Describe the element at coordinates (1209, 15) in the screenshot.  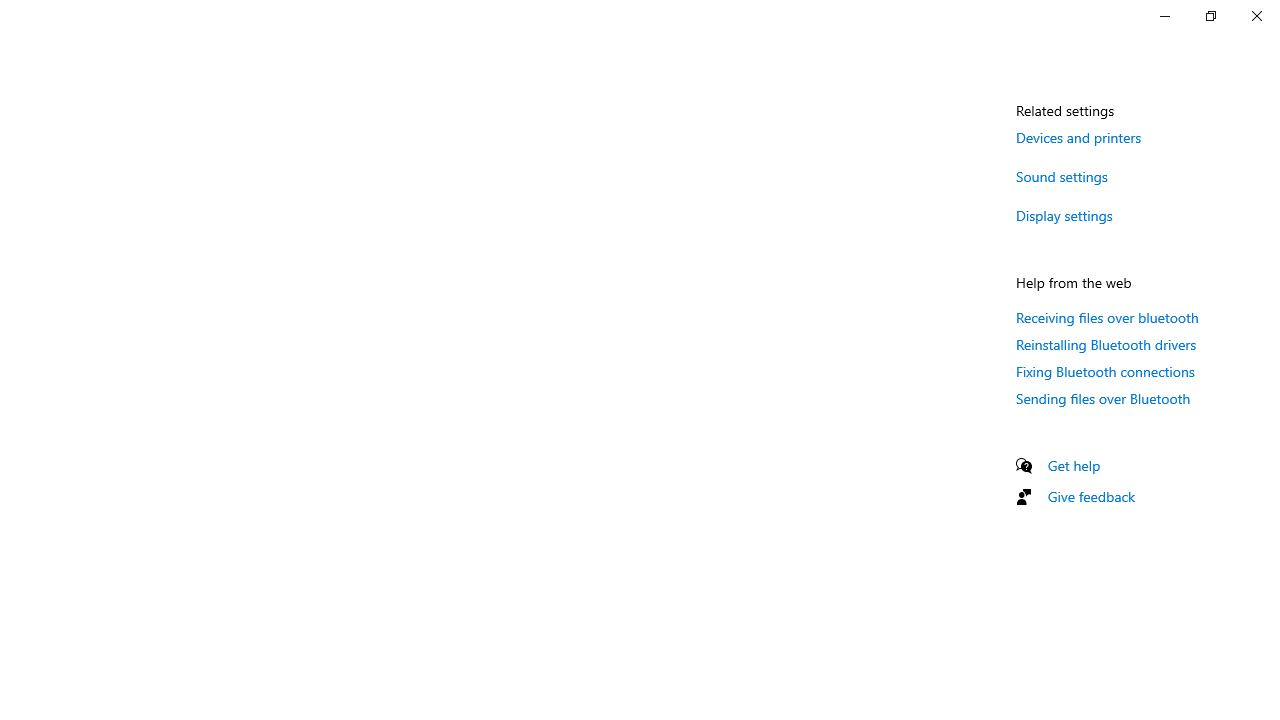
I see `'Restore Settings'` at that location.